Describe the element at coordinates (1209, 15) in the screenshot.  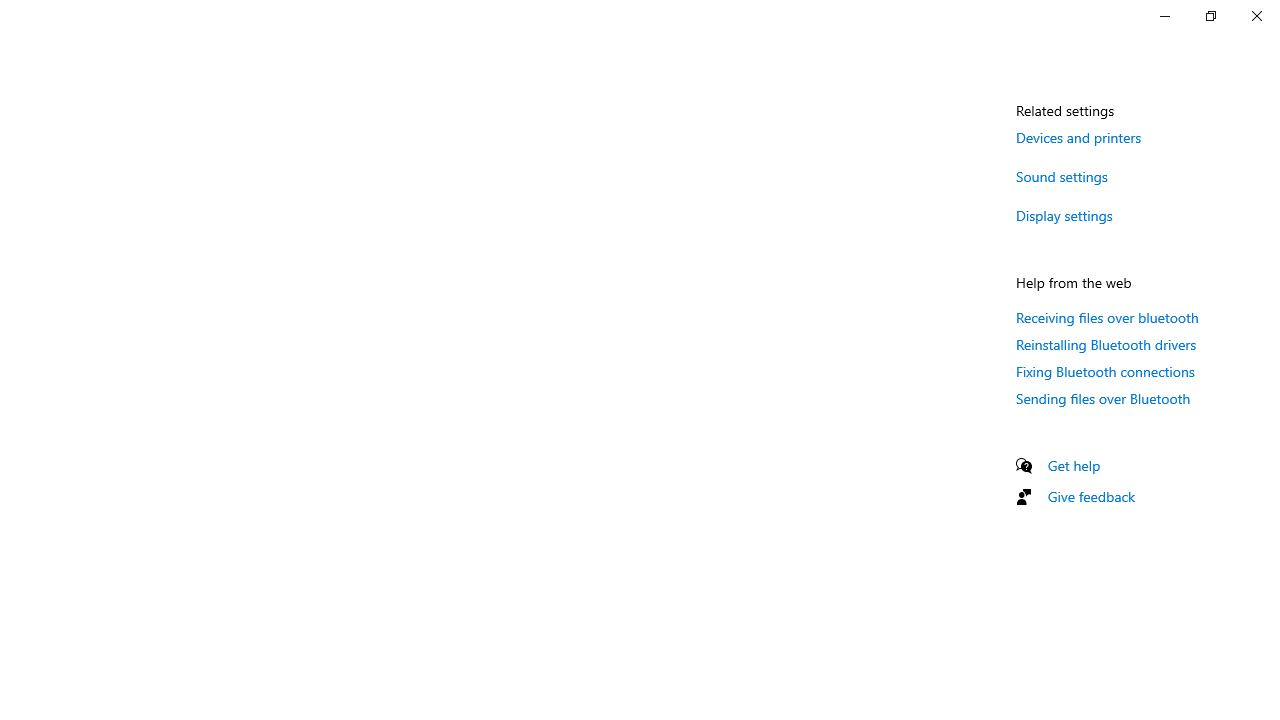
I see `'Restore Settings'` at that location.